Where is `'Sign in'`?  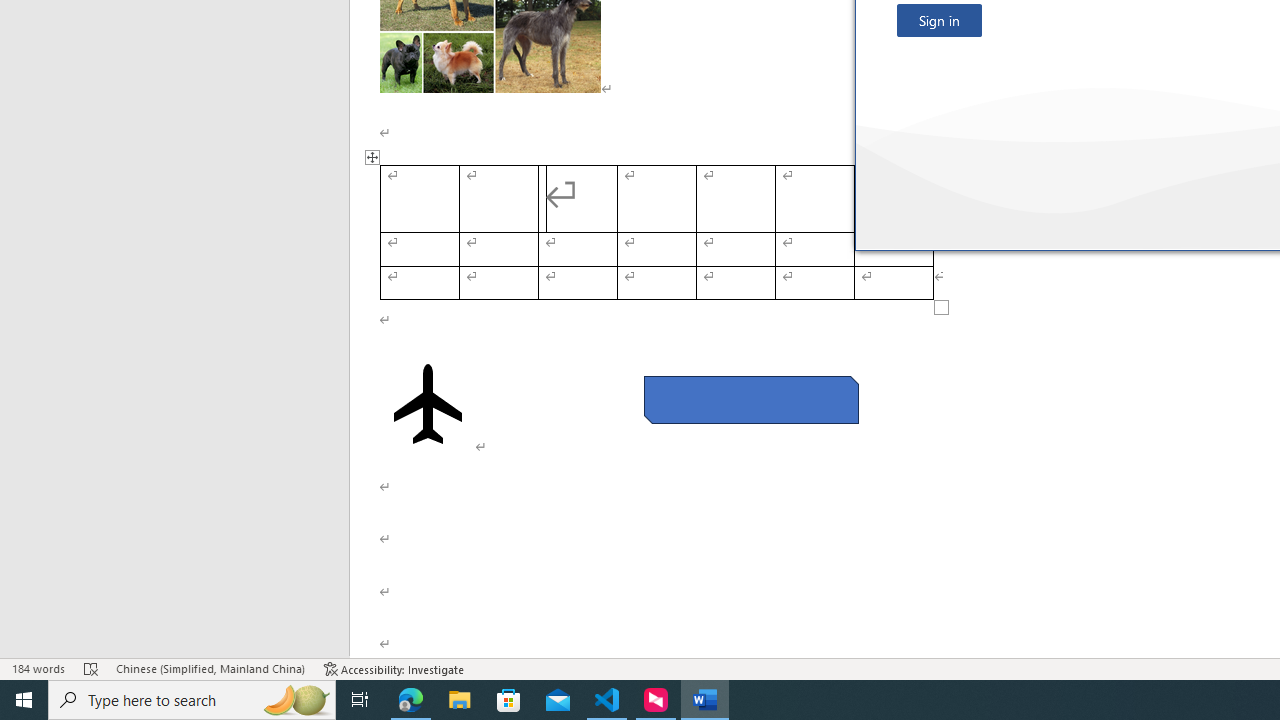 'Sign in' is located at coordinates (938, 20).